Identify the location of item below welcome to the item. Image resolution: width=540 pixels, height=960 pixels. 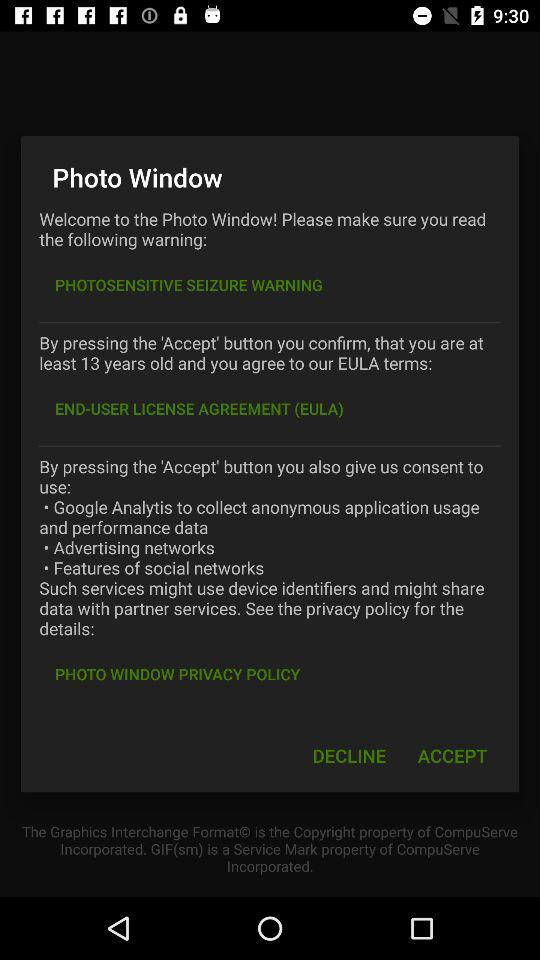
(189, 284).